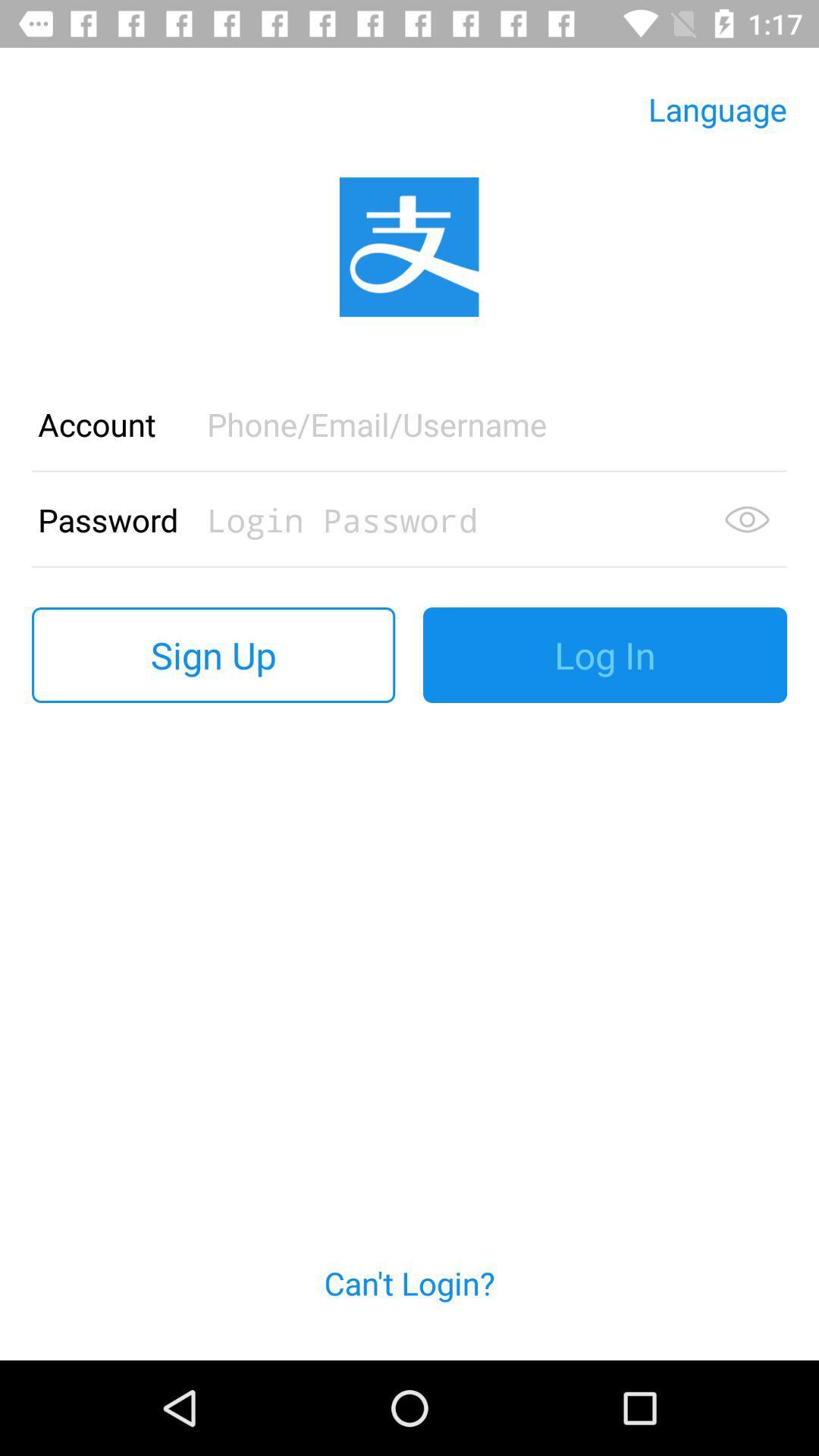 Image resolution: width=819 pixels, height=1456 pixels. I want to click on the log in icon, so click(604, 655).